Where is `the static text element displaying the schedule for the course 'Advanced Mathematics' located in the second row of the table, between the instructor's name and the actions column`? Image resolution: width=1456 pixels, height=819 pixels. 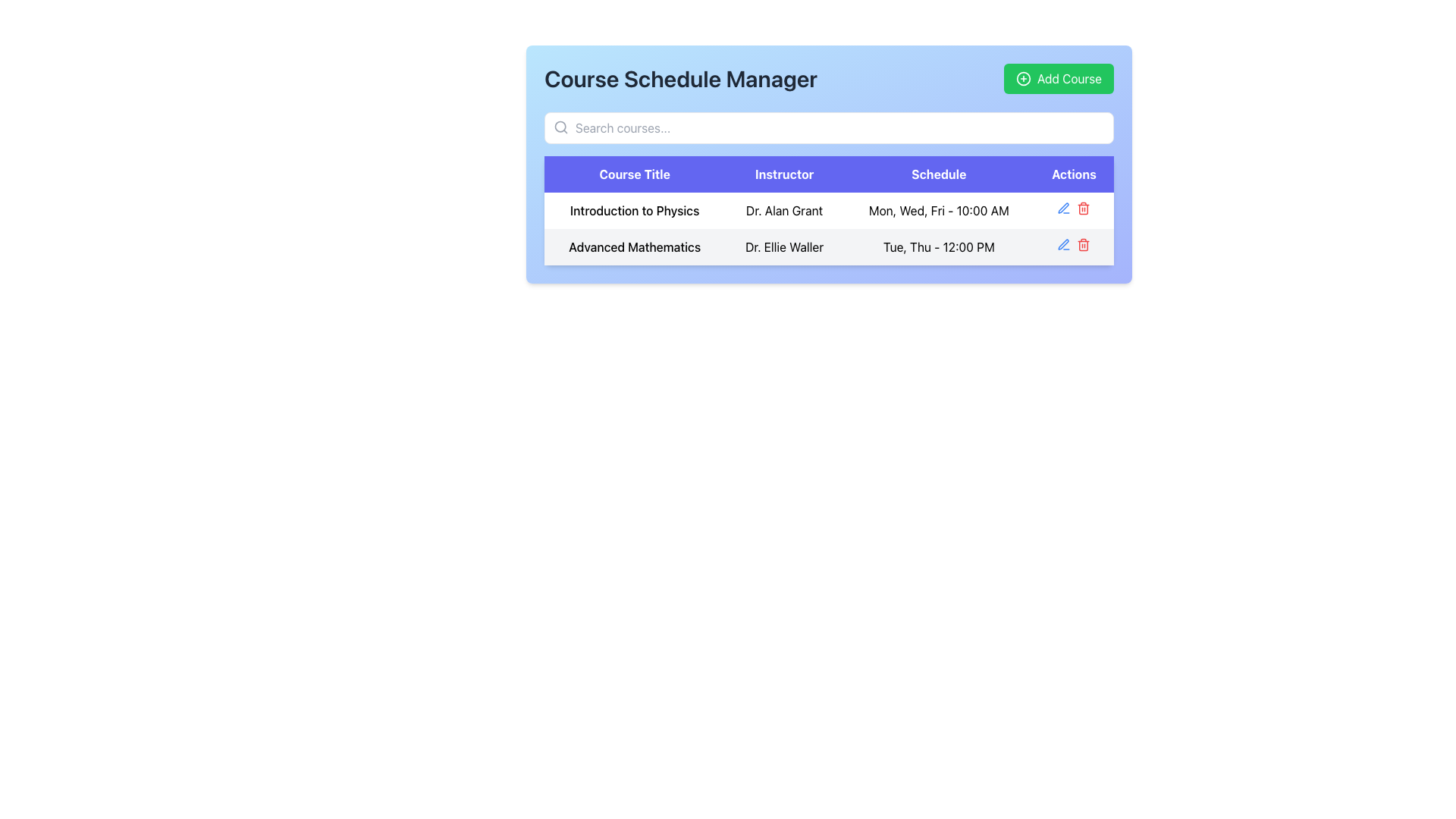
the static text element displaying the schedule for the course 'Advanced Mathematics' located in the second row of the table, between the instructor's name and the actions column is located at coordinates (938, 246).